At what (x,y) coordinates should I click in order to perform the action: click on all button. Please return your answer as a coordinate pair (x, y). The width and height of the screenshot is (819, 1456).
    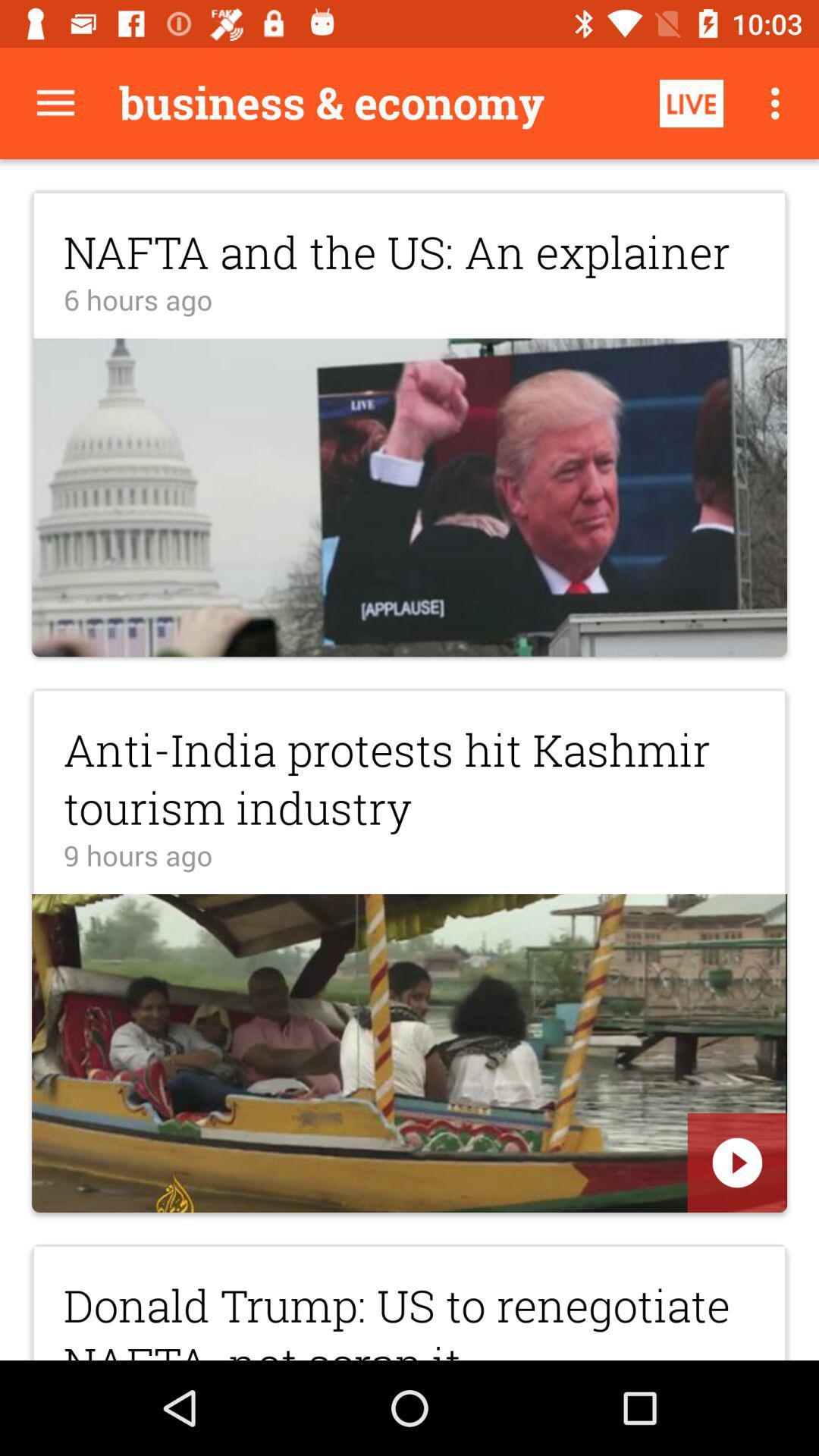
    Looking at the image, I should click on (55, 102).